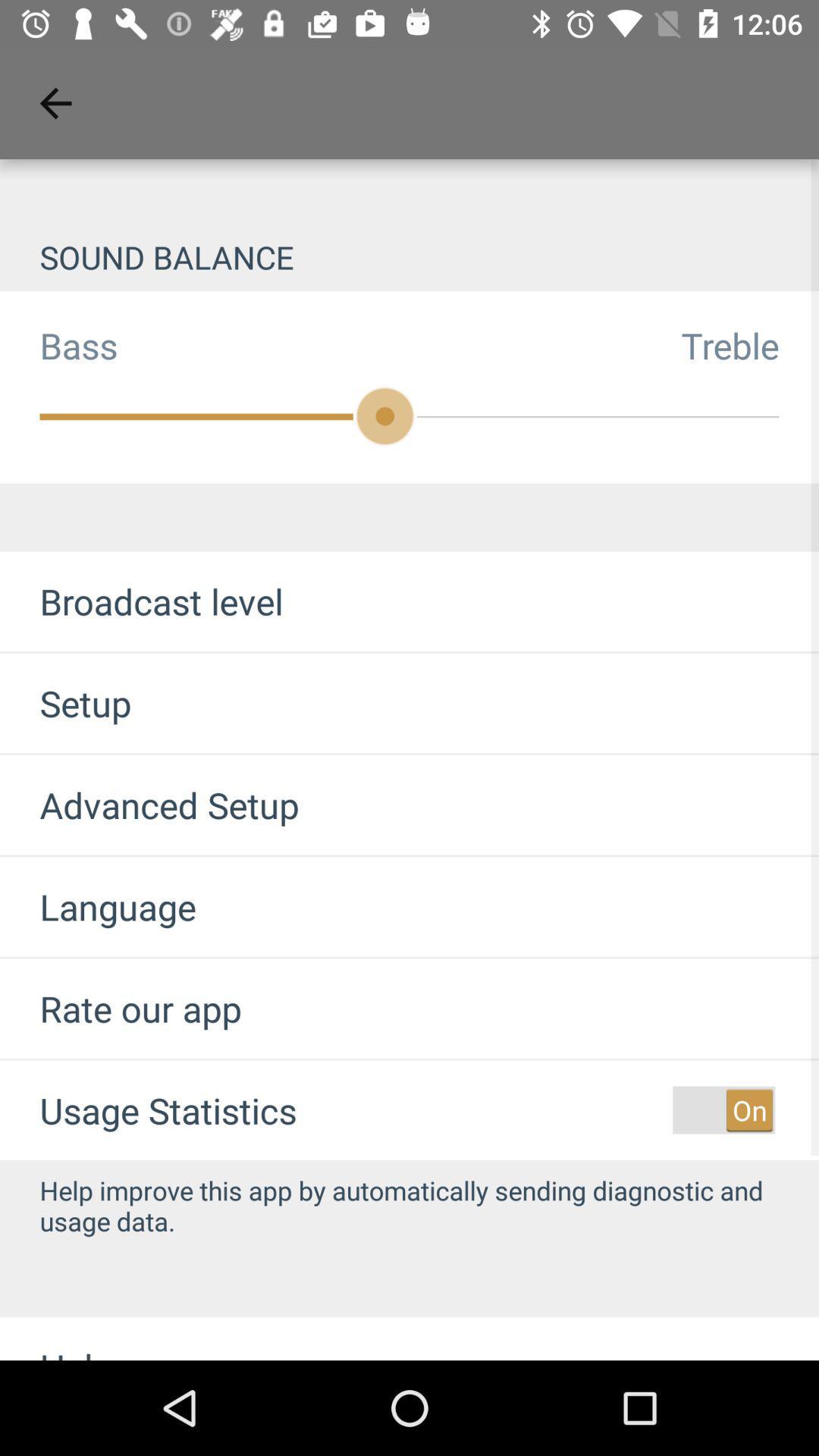 The width and height of the screenshot is (819, 1456). Describe the element at coordinates (149, 804) in the screenshot. I see `the advanced setup icon` at that location.